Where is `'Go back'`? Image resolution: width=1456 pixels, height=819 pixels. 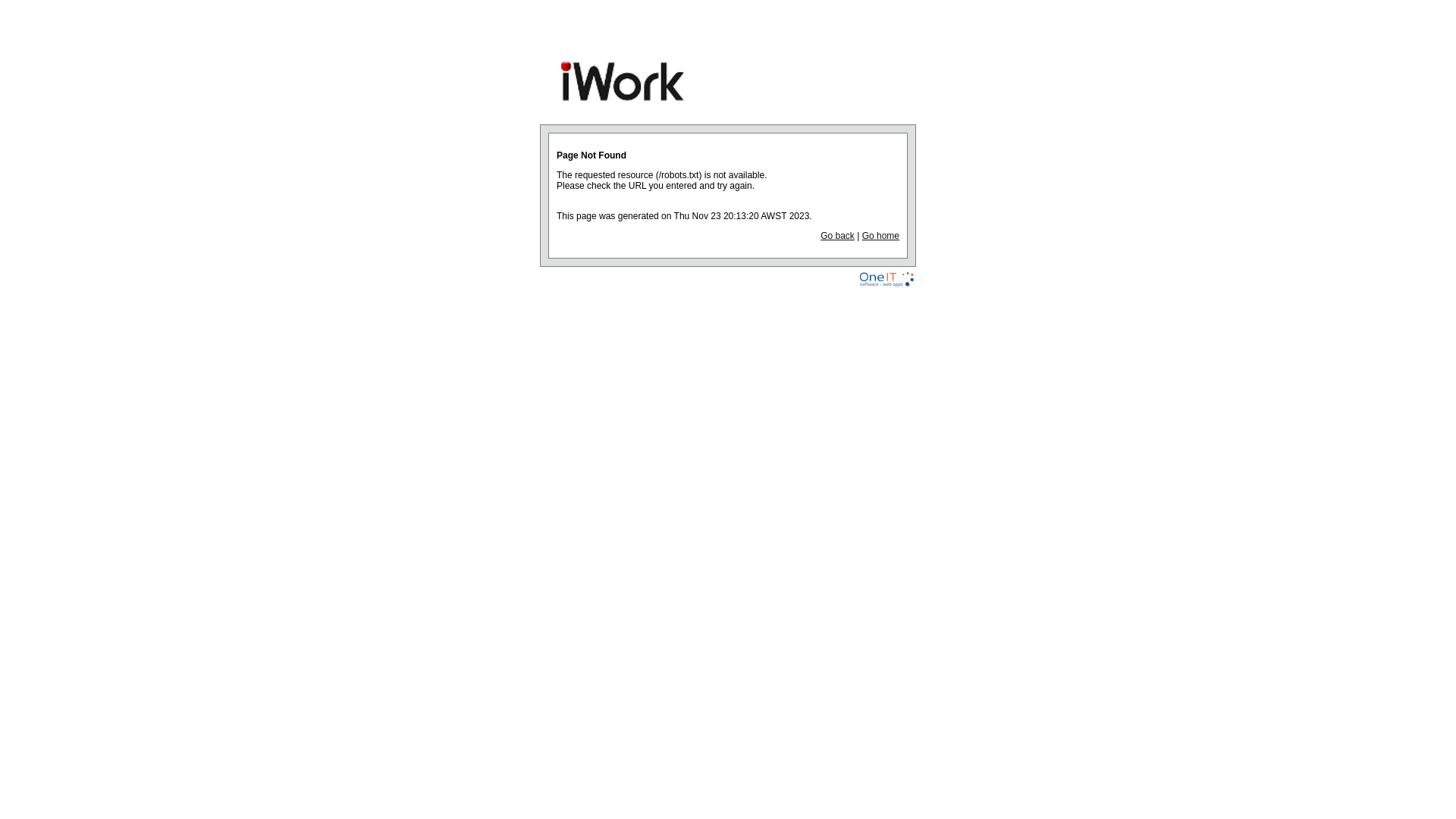 'Go back' is located at coordinates (836, 236).